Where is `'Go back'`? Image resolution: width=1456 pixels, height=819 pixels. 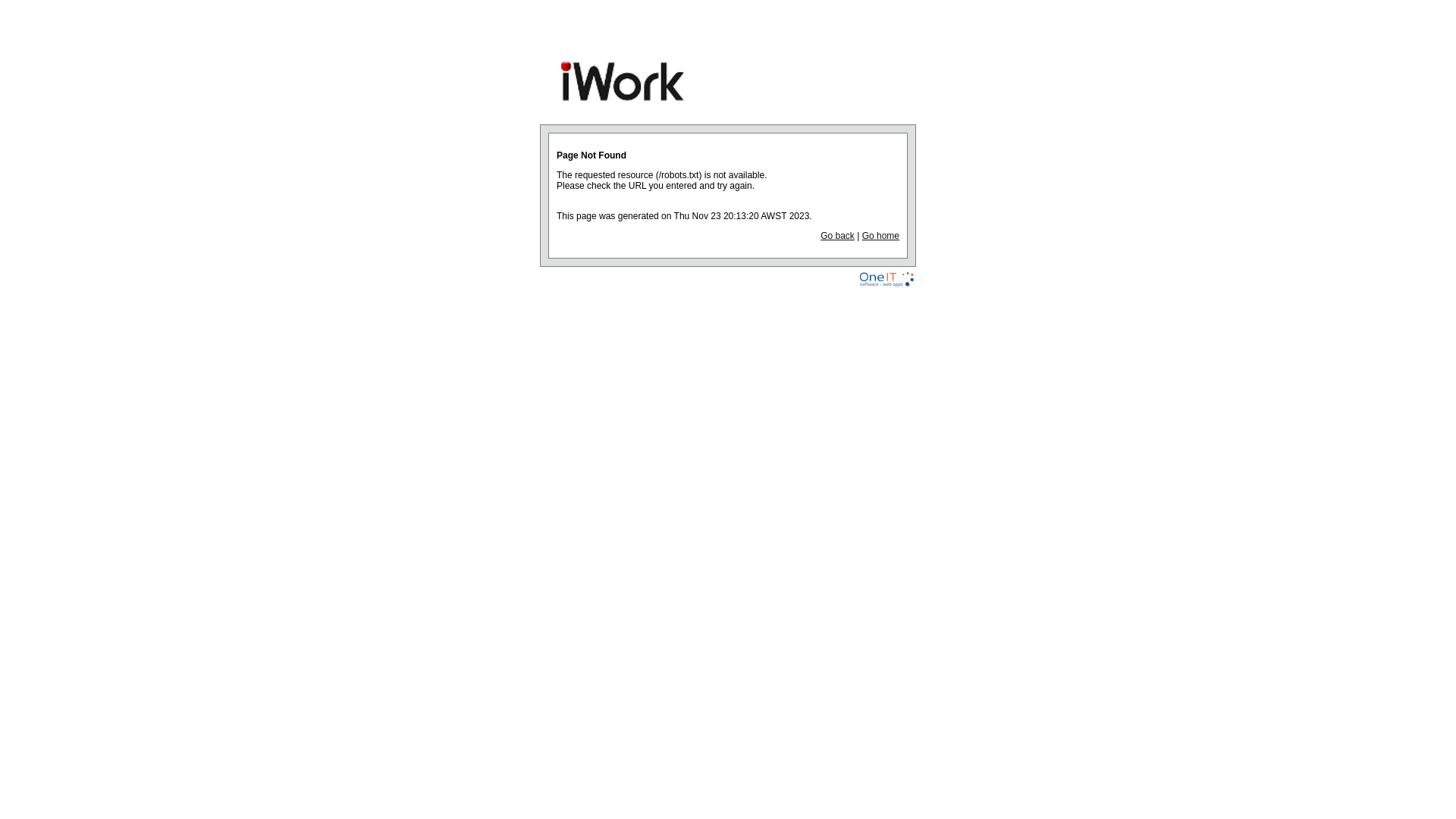 'Go back' is located at coordinates (836, 236).